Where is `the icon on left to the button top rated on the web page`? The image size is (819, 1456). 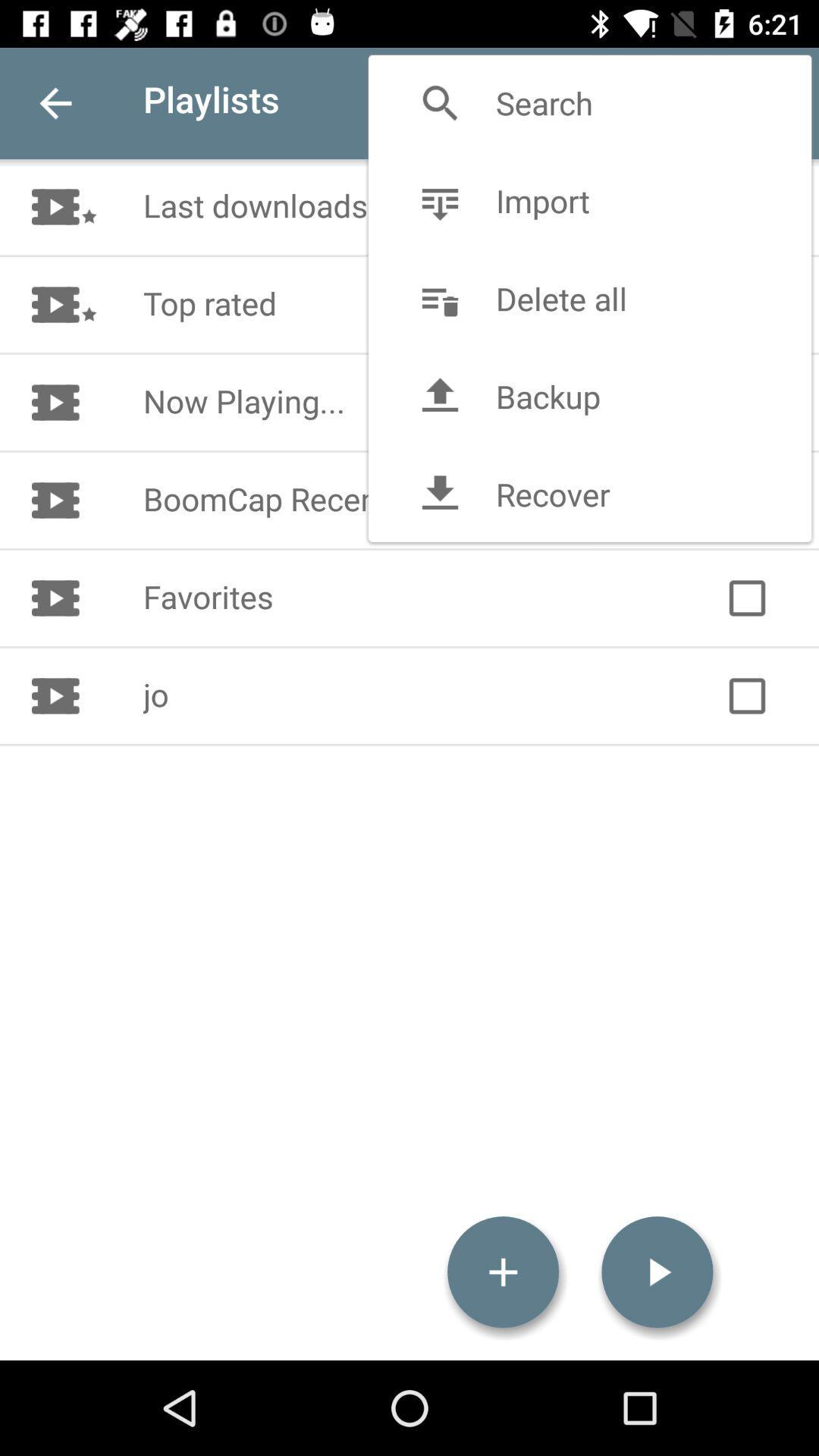
the icon on left to the button top rated on the web page is located at coordinates (87, 304).